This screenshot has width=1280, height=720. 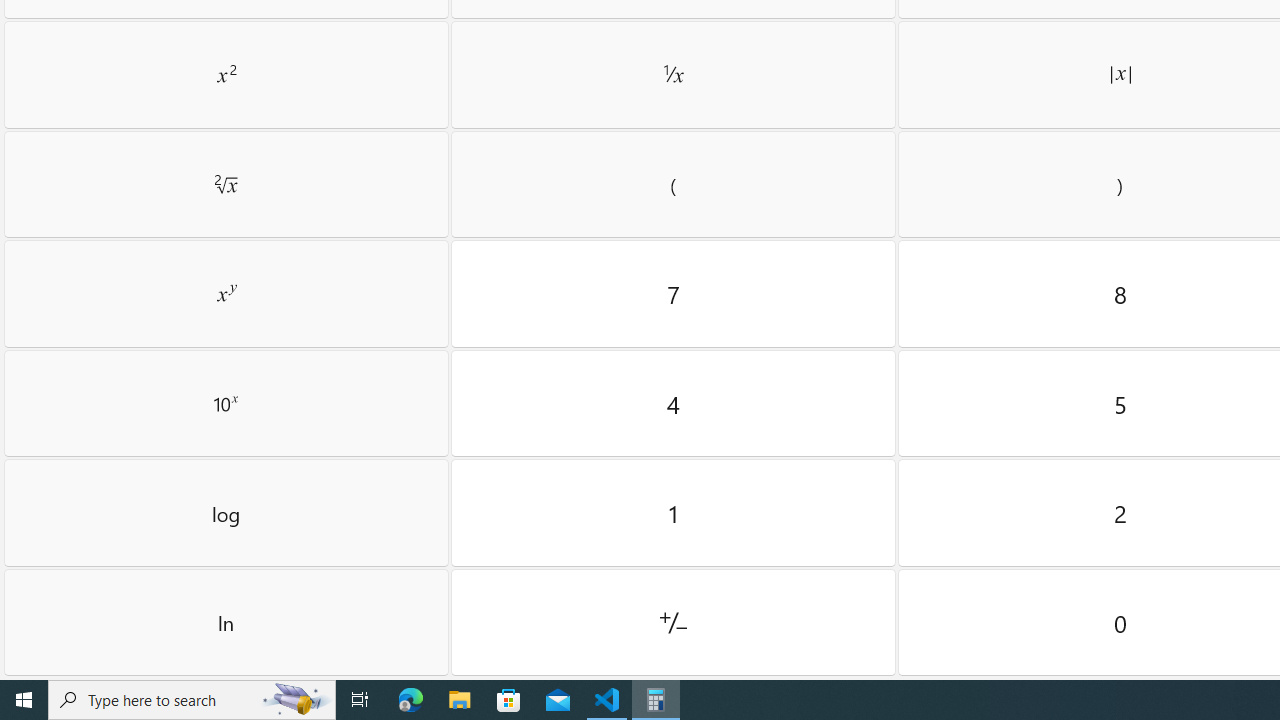 I want to click on 'Square root', so click(x=226, y=184).